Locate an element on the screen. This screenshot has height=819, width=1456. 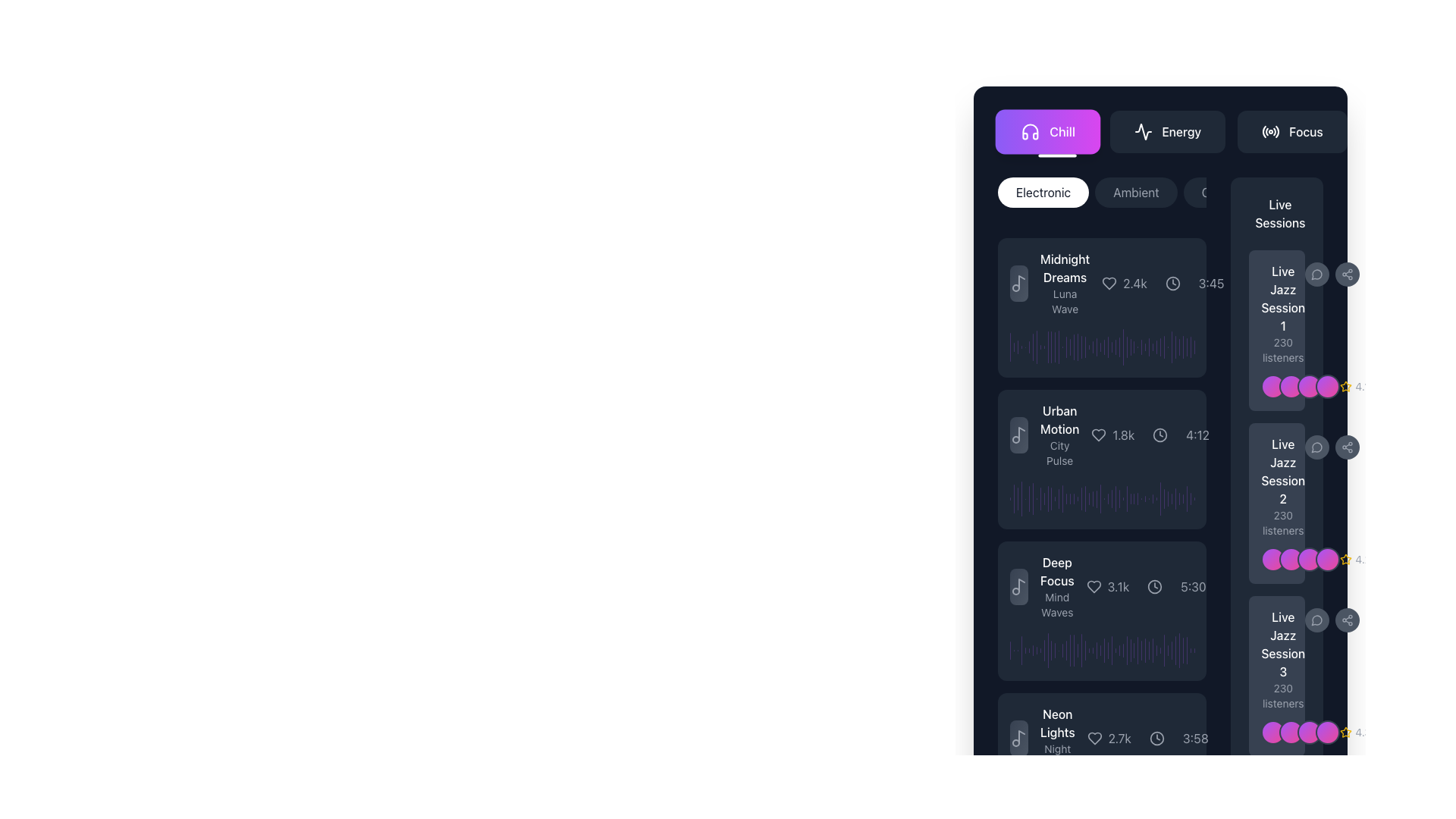
the text label located in the upper right section of the interface, which indicates the content related to live sessions is located at coordinates (1279, 213).